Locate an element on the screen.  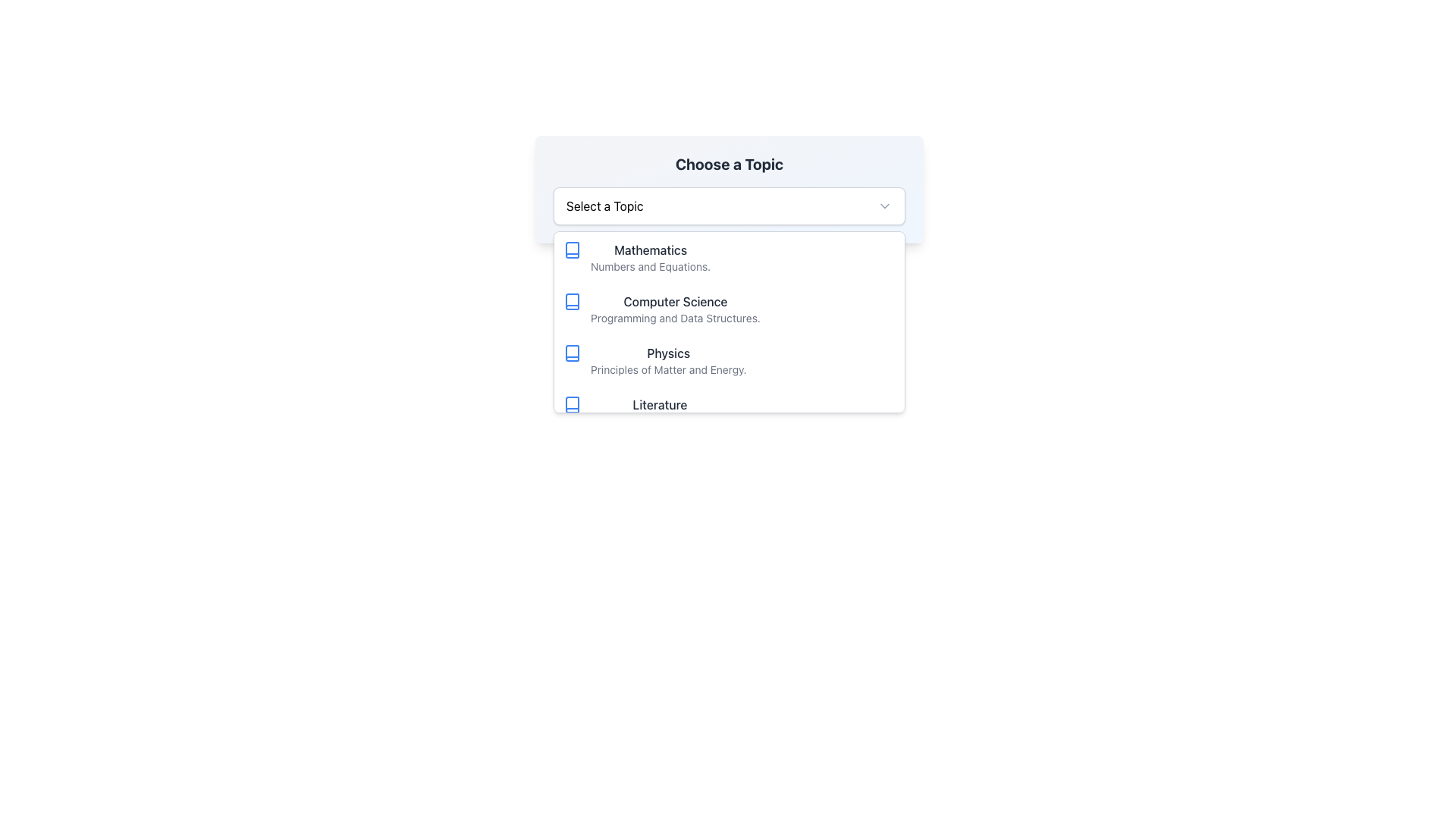
the static text label displaying the phrase 'Classics and Modern Works.' located directly beneath the 'Literature' option in the dropdown menu under 'Choose a Topic' is located at coordinates (660, 421).